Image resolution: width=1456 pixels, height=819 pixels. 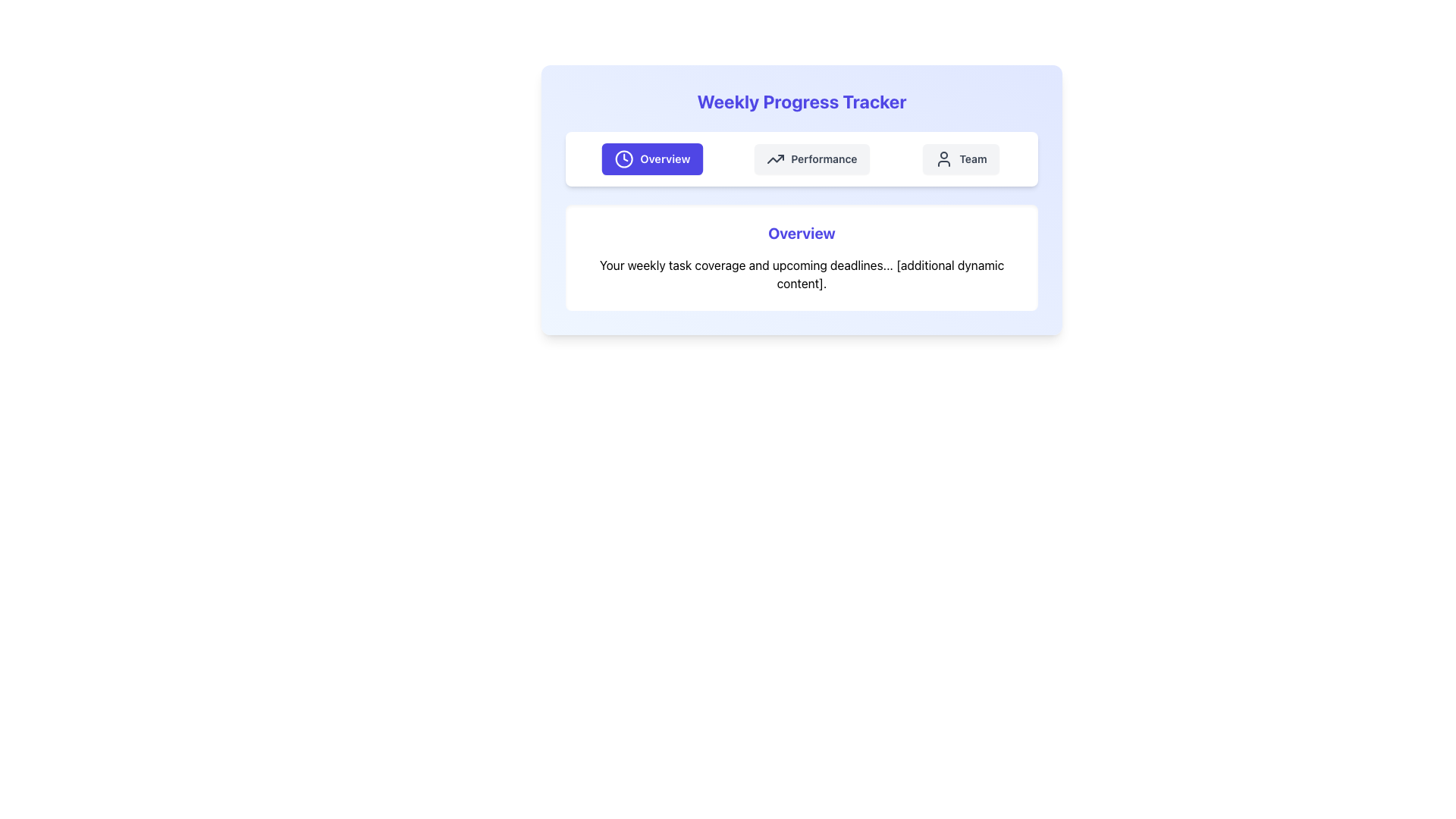 I want to click on displayed text of the prominent header labeled 'Overview', which is in bold, extra-large indigo typography and is positioned above a descriptive text block, so click(x=801, y=234).